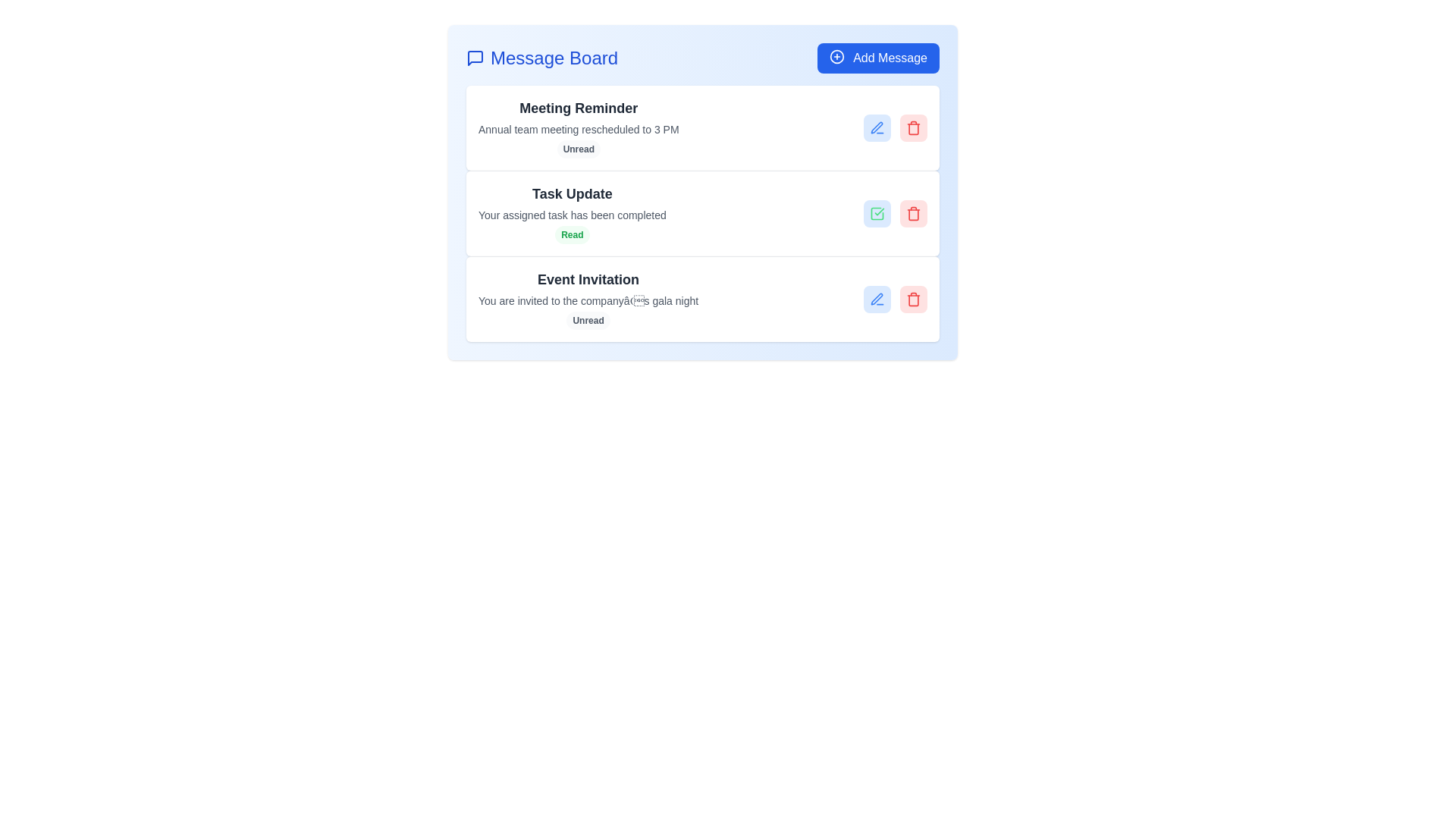  What do you see at coordinates (578, 149) in the screenshot?
I see `the Status Tag Label that indicates the message status as 'unread', located to the left of the action buttons and below the 'Meeting Reminder' title` at bounding box center [578, 149].